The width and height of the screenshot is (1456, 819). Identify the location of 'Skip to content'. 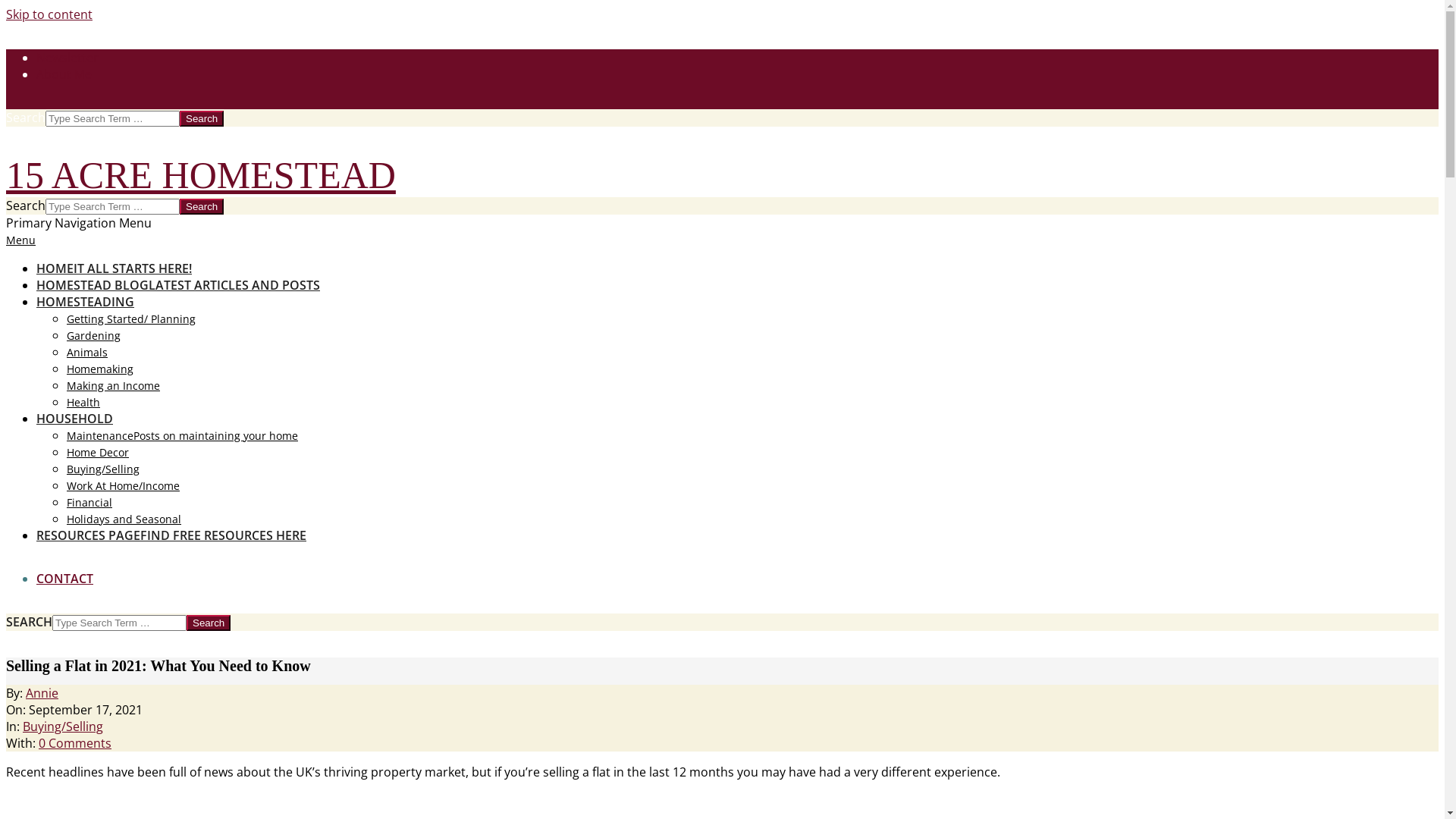
(49, 14).